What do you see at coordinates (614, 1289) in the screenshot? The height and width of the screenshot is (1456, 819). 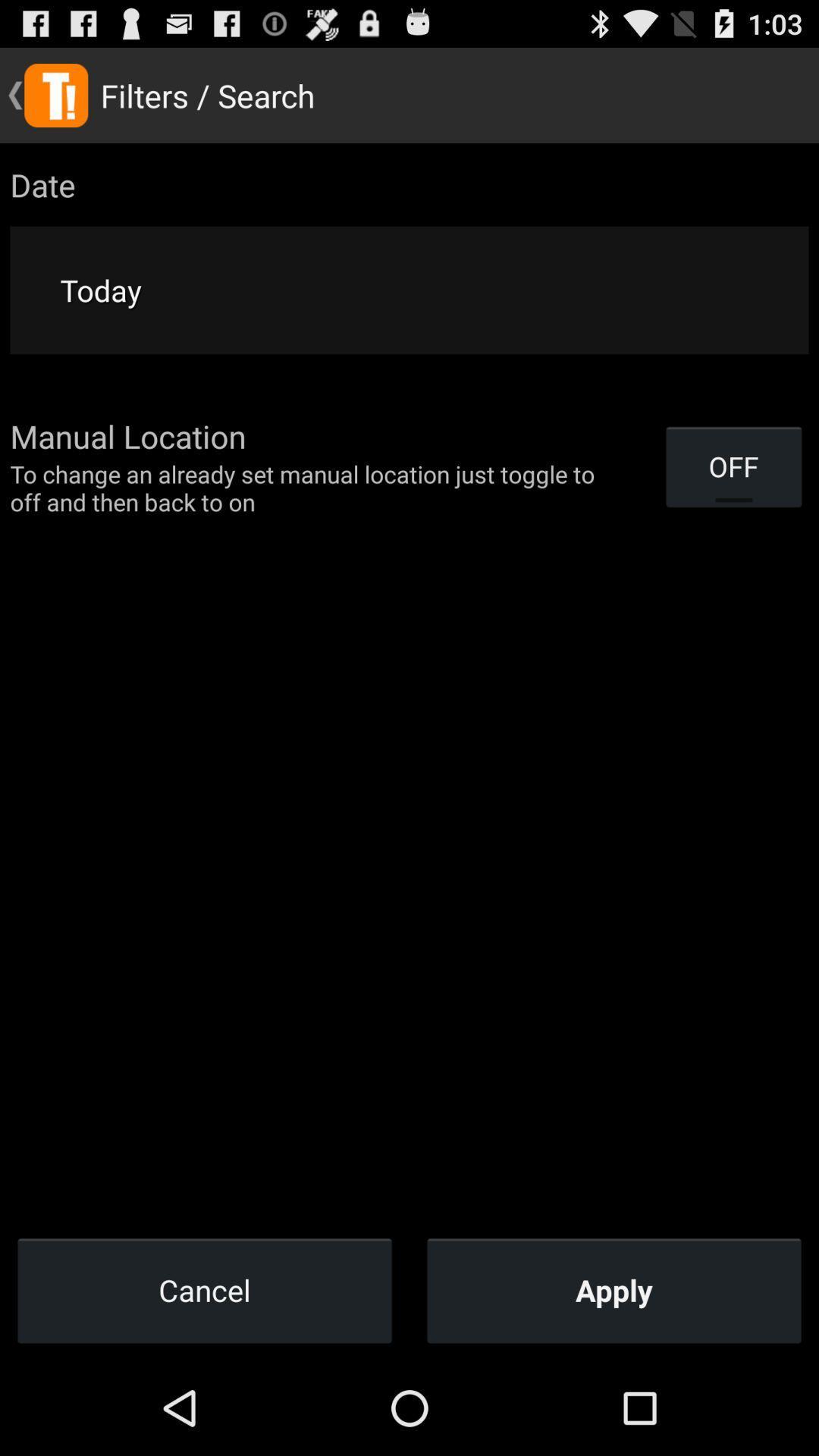 I see `item next to the cancel item` at bounding box center [614, 1289].